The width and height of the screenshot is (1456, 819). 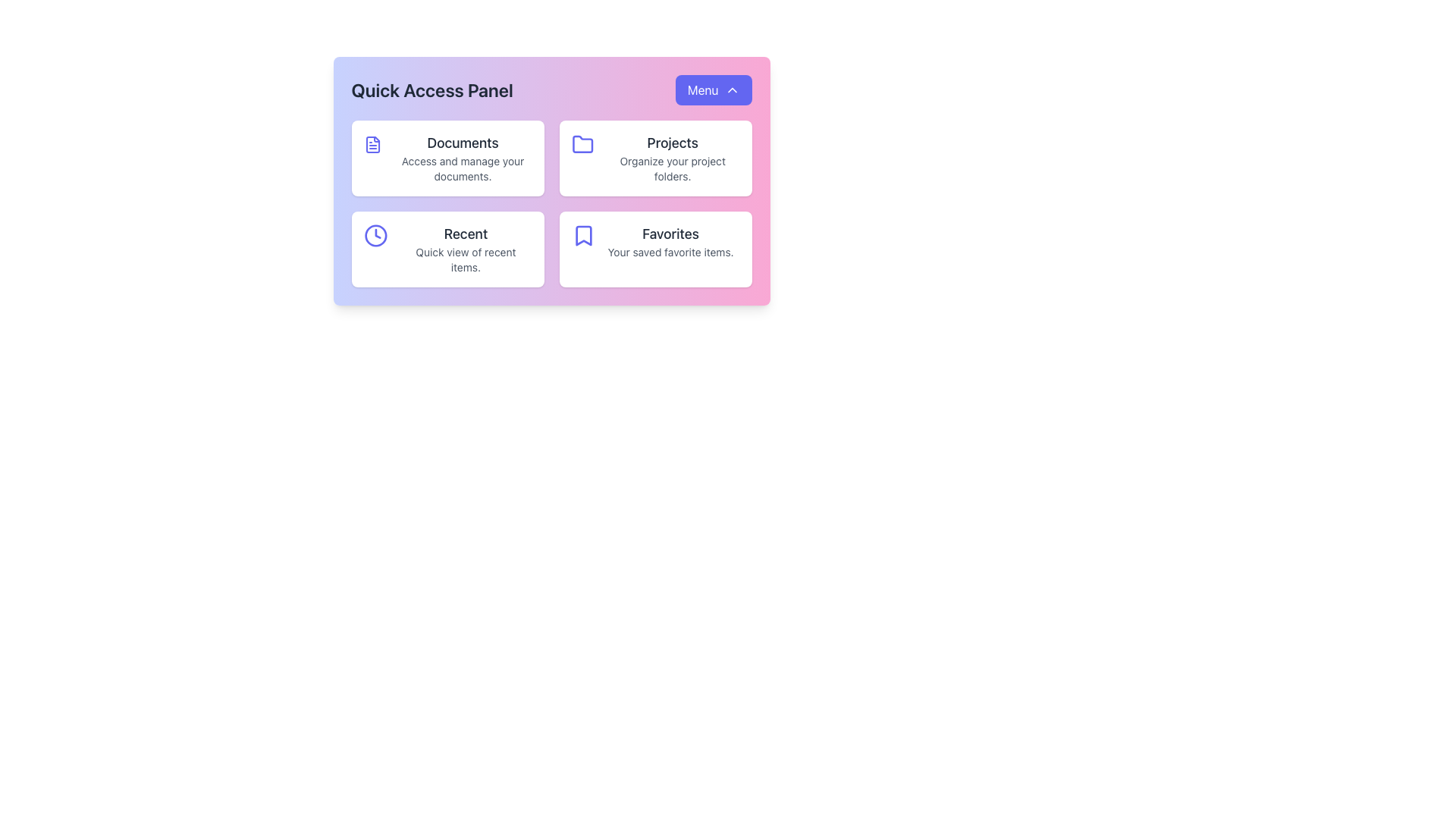 What do you see at coordinates (465, 248) in the screenshot?
I see `the 'Recent' text display and navigation element, which contains a bold title and a subtitle` at bounding box center [465, 248].